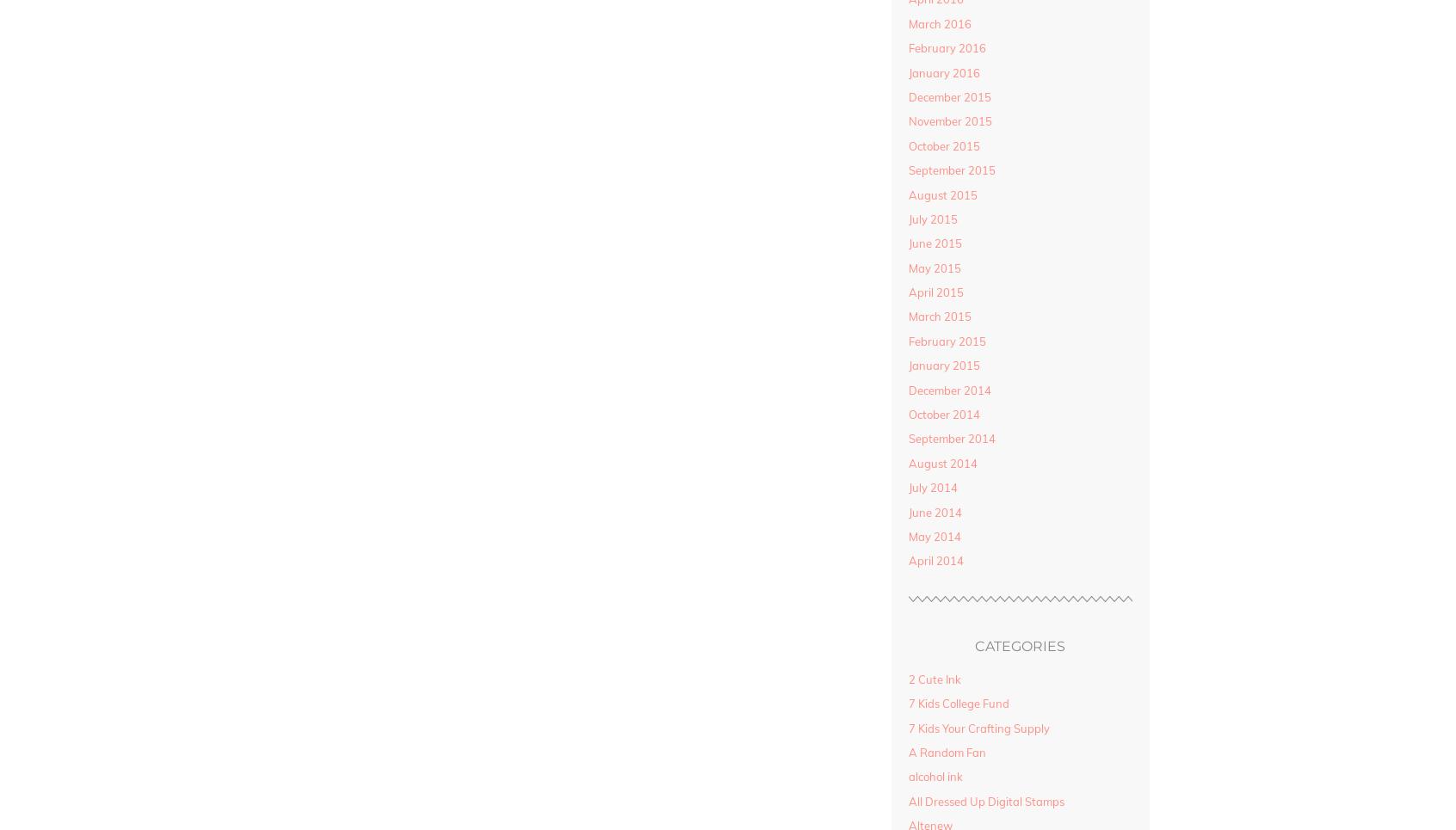 The width and height of the screenshot is (1456, 830). Describe the element at coordinates (906, 776) in the screenshot. I see `'alcohol ink'` at that location.